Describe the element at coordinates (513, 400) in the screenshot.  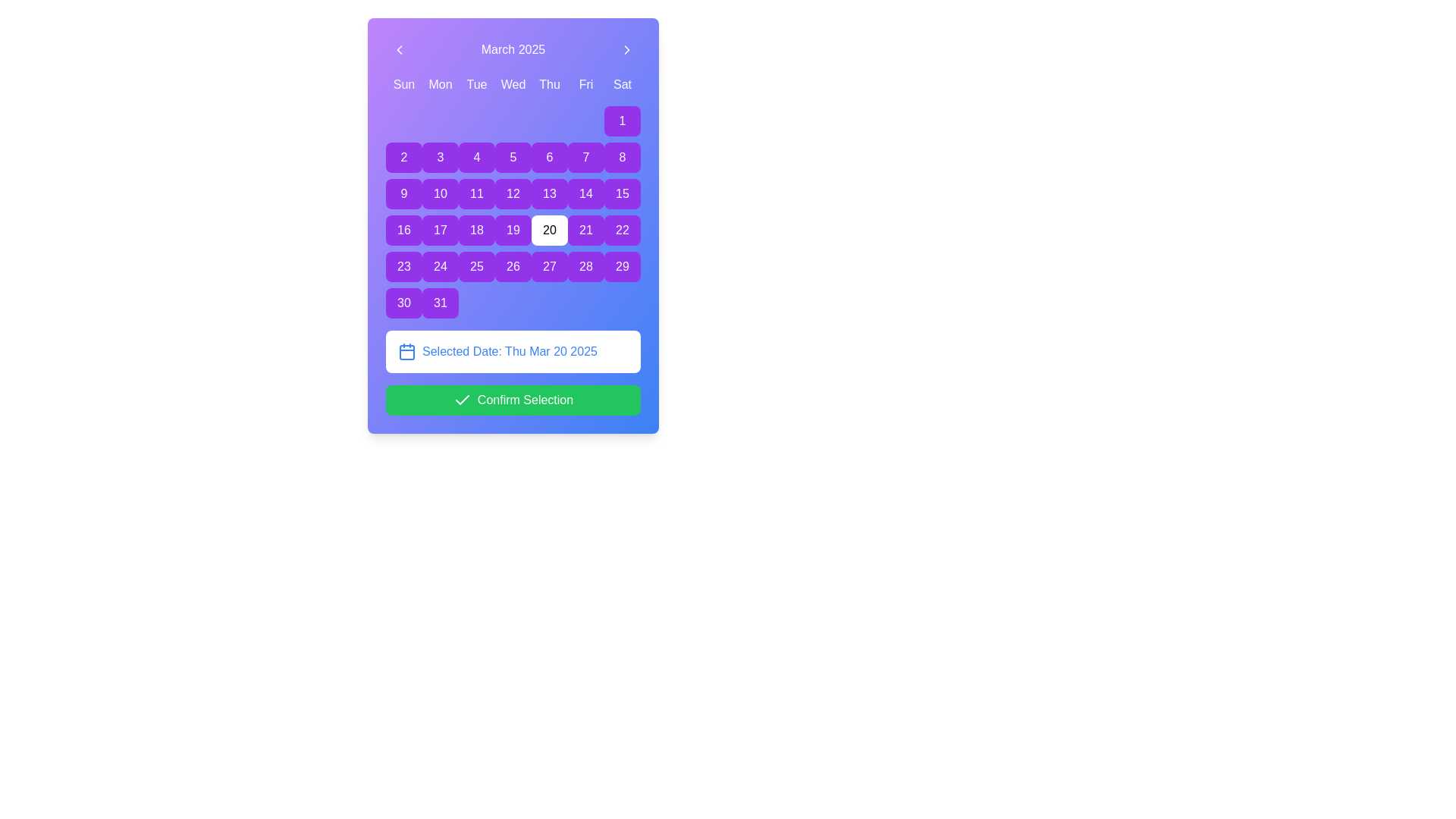
I see `the wide rectangular green button labeled 'Confirm Selection' with a white checkmark icon to confirm the selection` at that location.